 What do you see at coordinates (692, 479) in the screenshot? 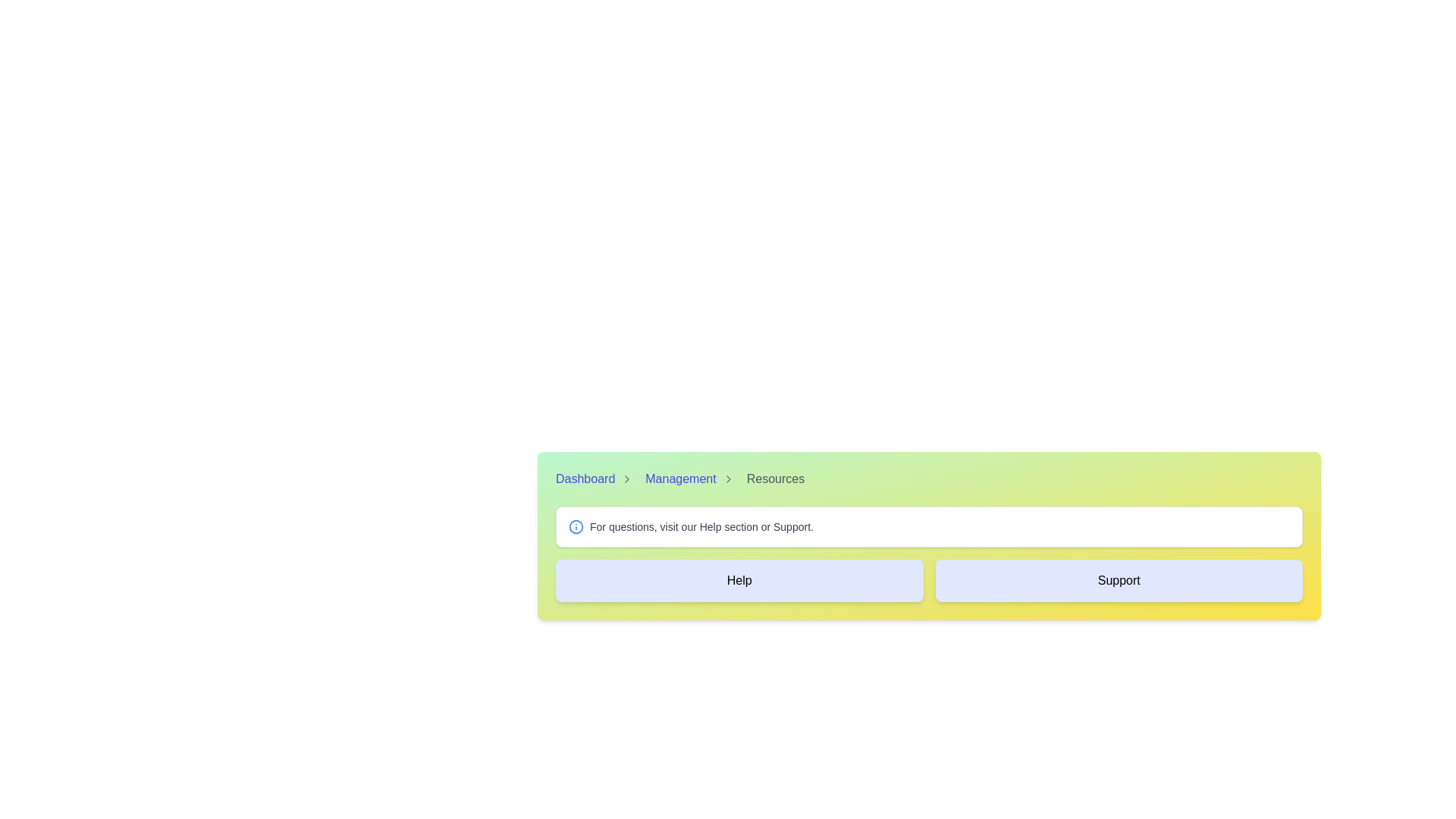
I see `the hyperlink labeled 'Management' with a right-pointing chevron icon in the breadcrumb navigation` at bounding box center [692, 479].